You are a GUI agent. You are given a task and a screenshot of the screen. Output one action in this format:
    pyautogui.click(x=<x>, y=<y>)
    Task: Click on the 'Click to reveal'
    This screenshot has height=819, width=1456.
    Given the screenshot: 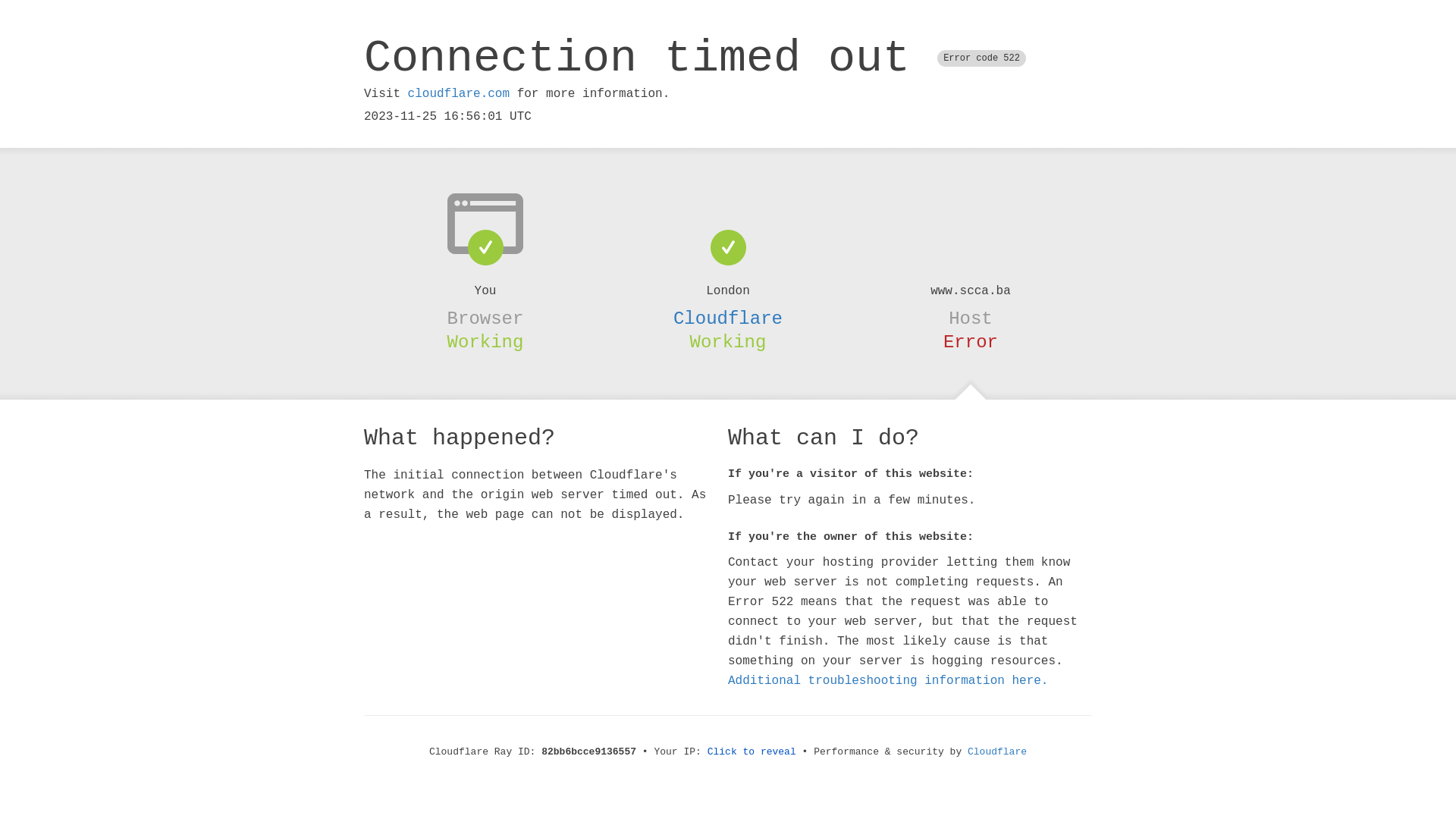 What is the action you would take?
    pyautogui.click(x=752, y=752)
    